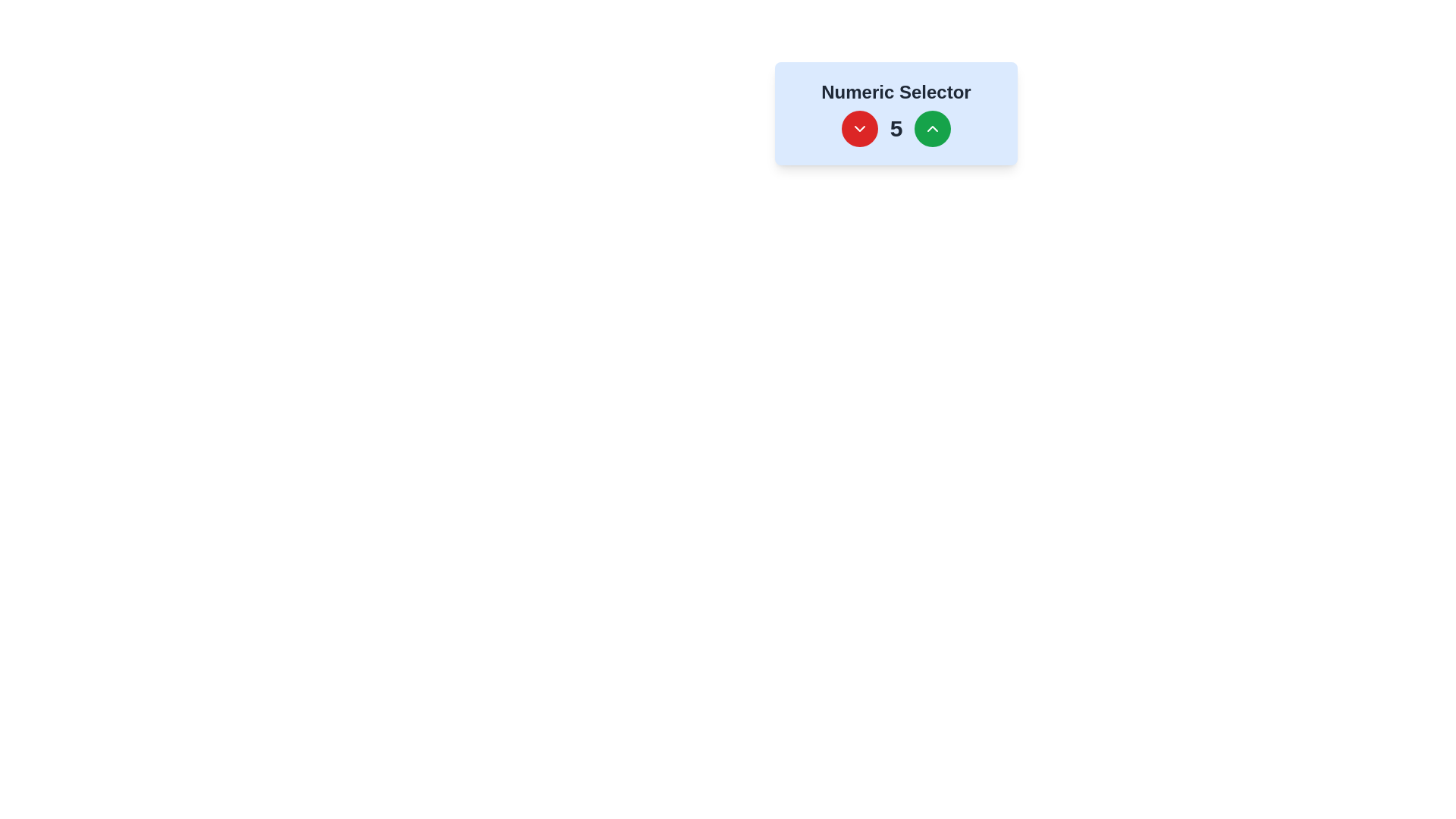 Image resolution: width=1456 pixels, height=819 pixels. Describe the element at coordinates (859, 127) in the screenshot. I see `the decrement button` at that location.